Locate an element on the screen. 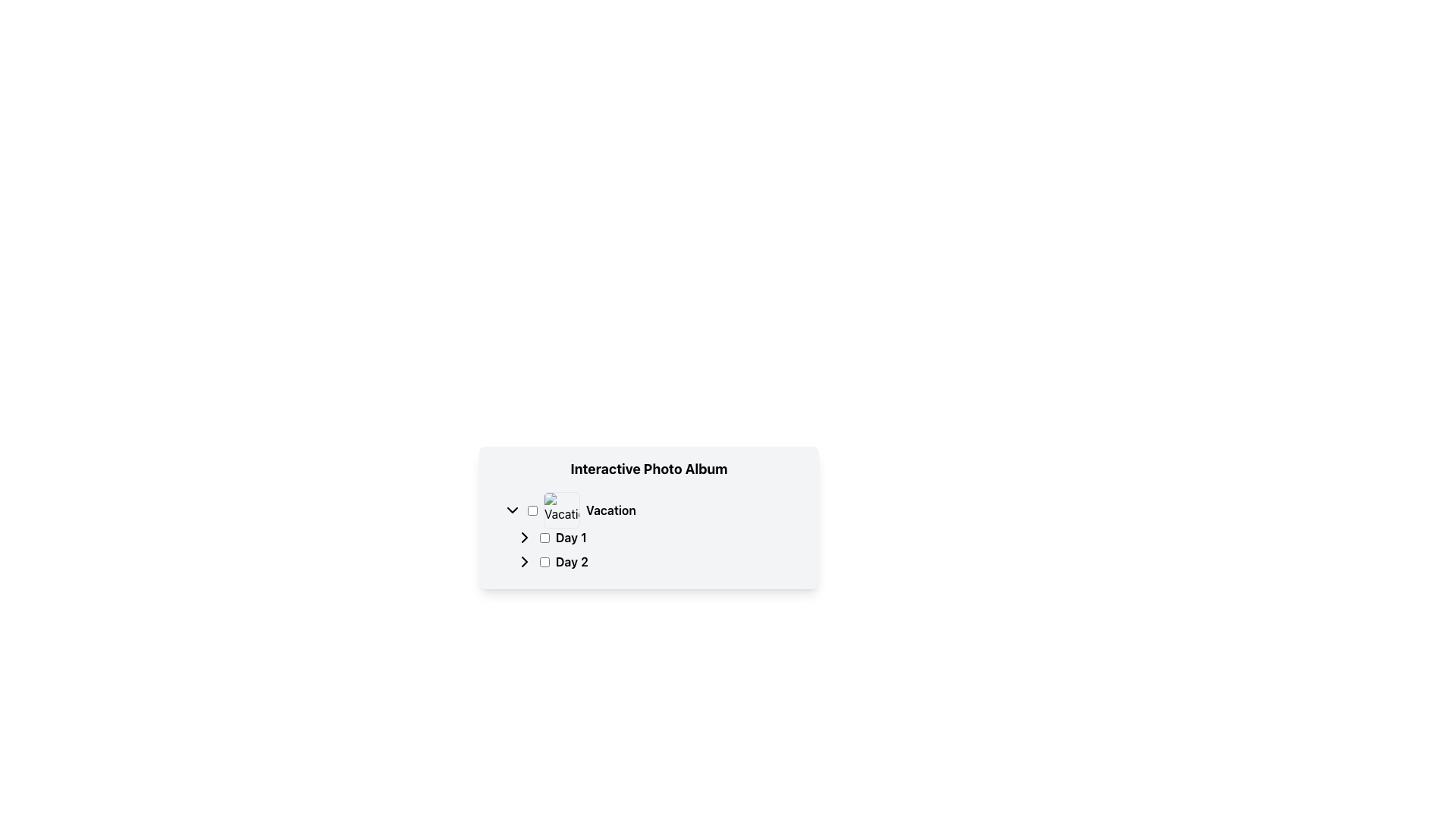 The height and width of the screenshot is (819, 1456). the checkboxes for the items 'Vacation', 'Day 1', and 'Day 2' in the Hierarchical List under the 'Interactive Photo Album' block is located at coordinates (648, 531).